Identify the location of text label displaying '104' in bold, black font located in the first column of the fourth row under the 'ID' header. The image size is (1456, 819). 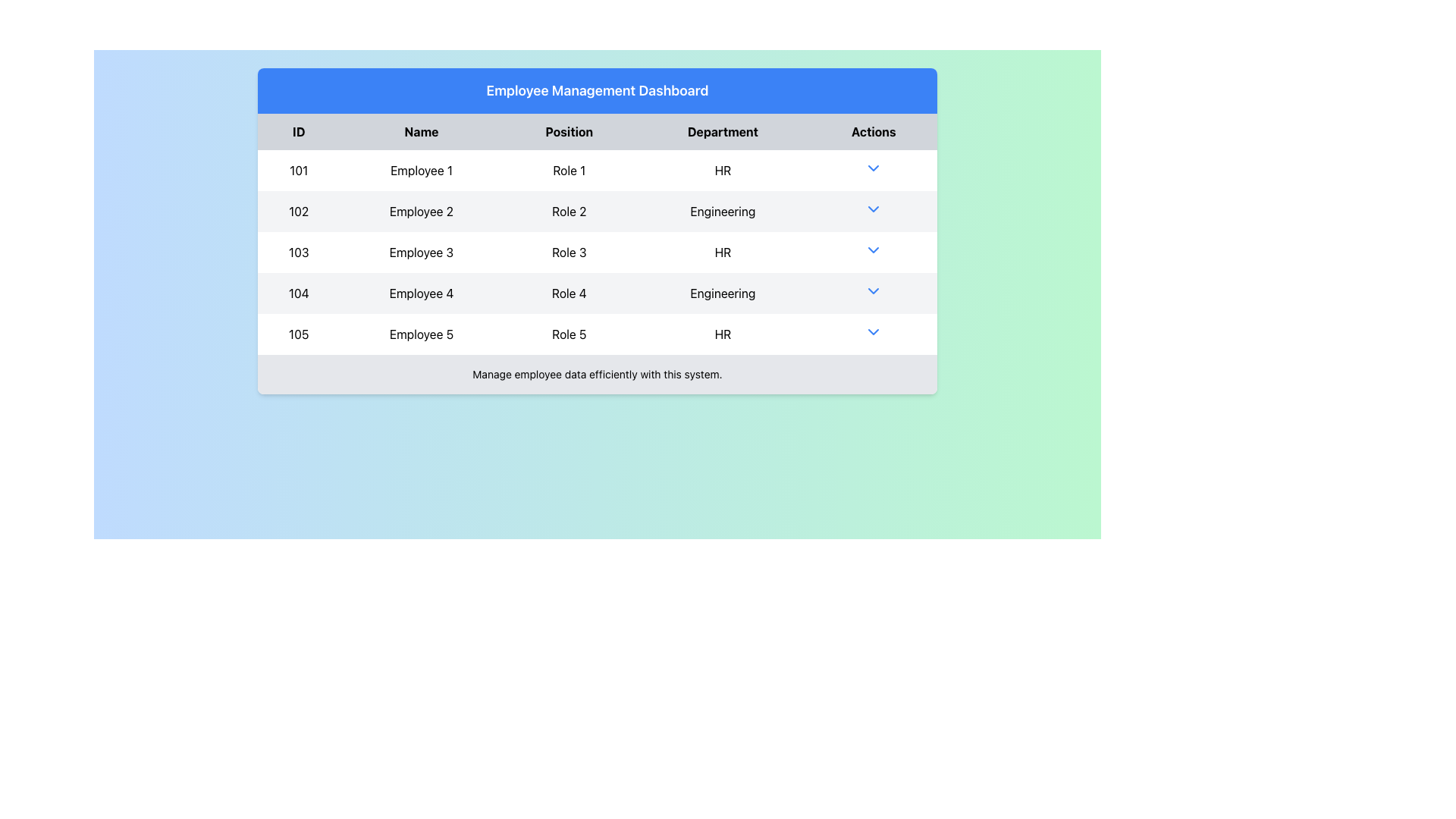
(299, 293).